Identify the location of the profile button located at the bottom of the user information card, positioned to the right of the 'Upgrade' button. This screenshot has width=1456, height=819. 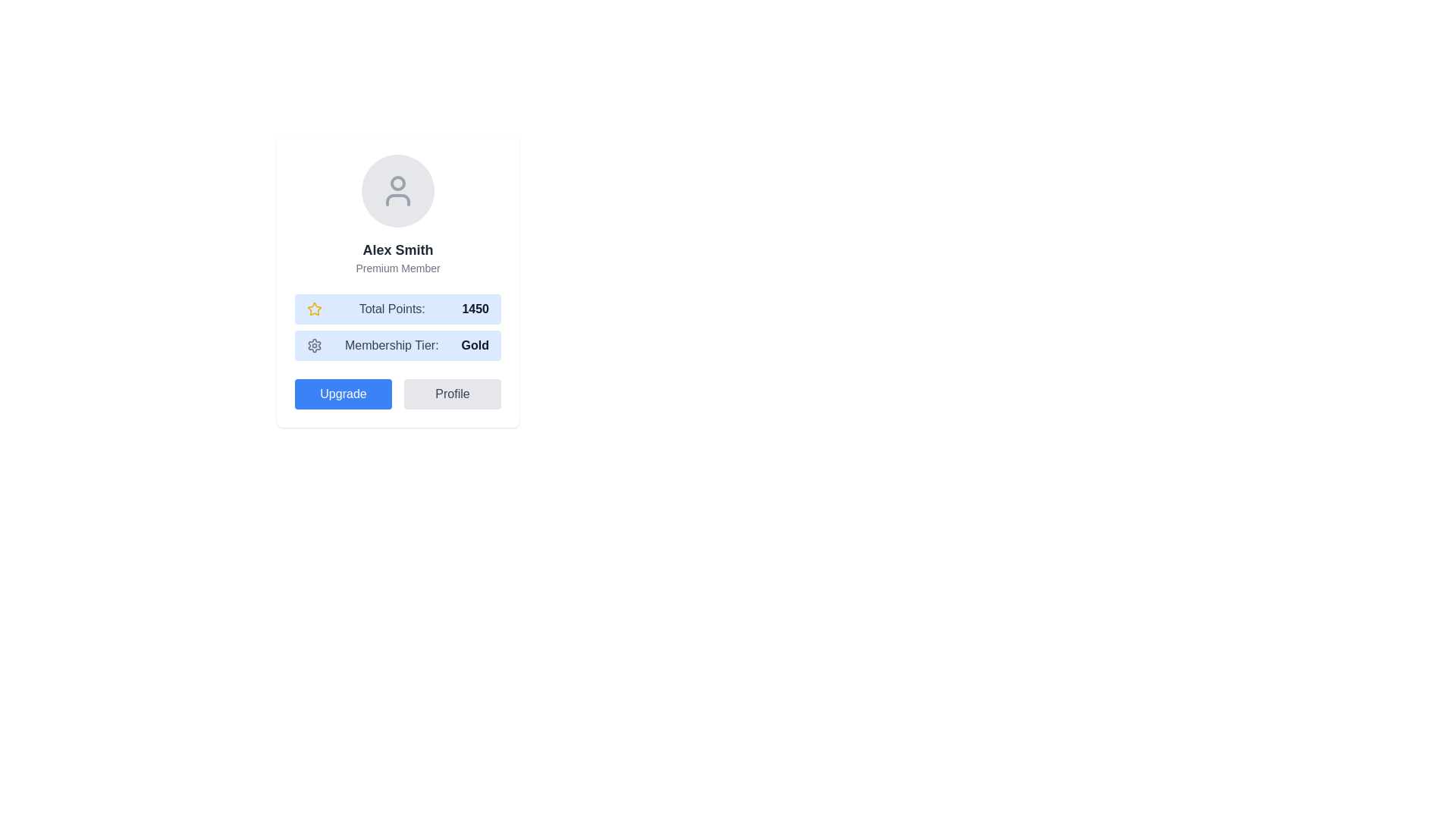
(451, 394).